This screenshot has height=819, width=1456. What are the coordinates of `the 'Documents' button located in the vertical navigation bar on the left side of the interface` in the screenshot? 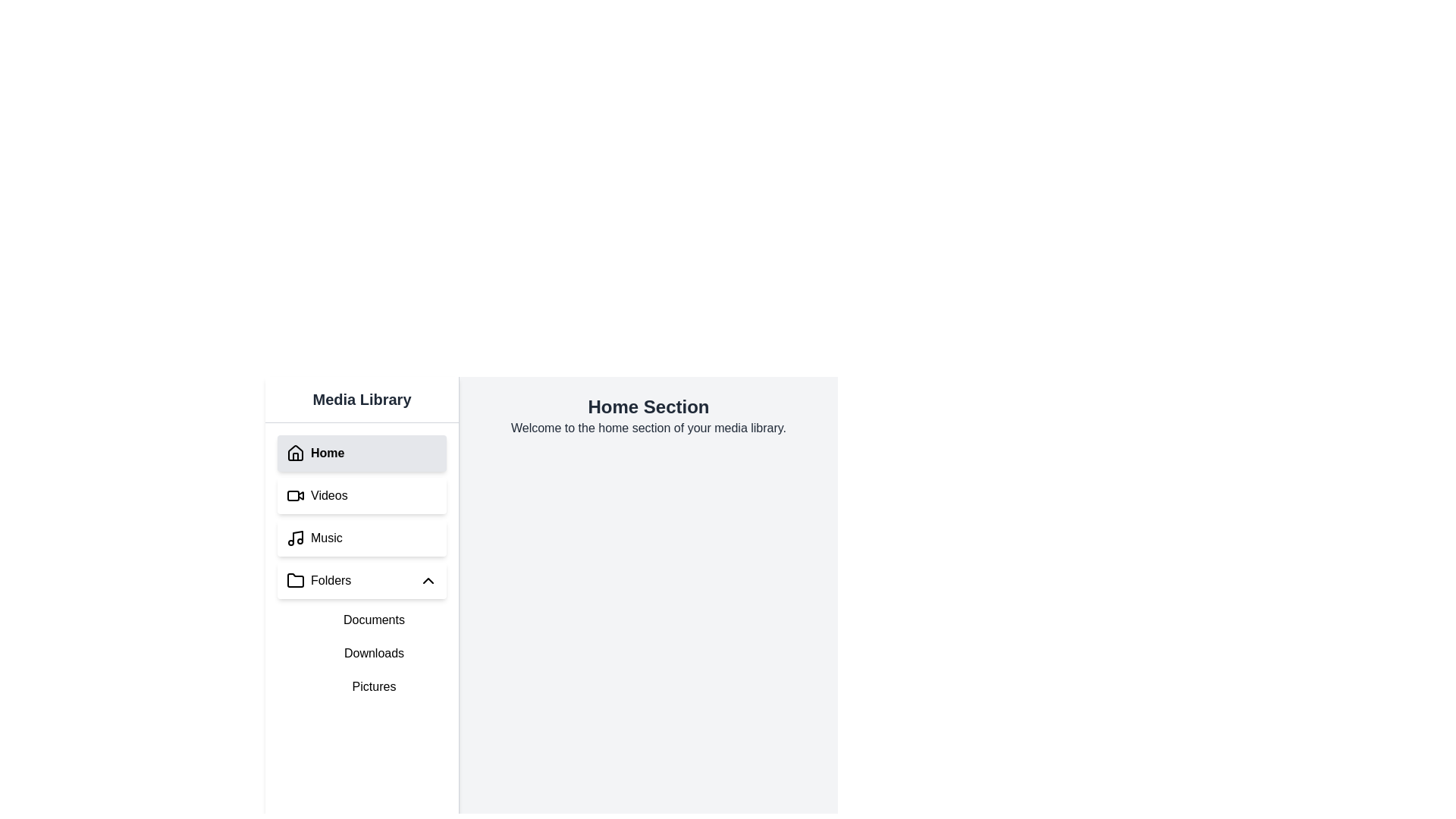 It's located at (374, 620).